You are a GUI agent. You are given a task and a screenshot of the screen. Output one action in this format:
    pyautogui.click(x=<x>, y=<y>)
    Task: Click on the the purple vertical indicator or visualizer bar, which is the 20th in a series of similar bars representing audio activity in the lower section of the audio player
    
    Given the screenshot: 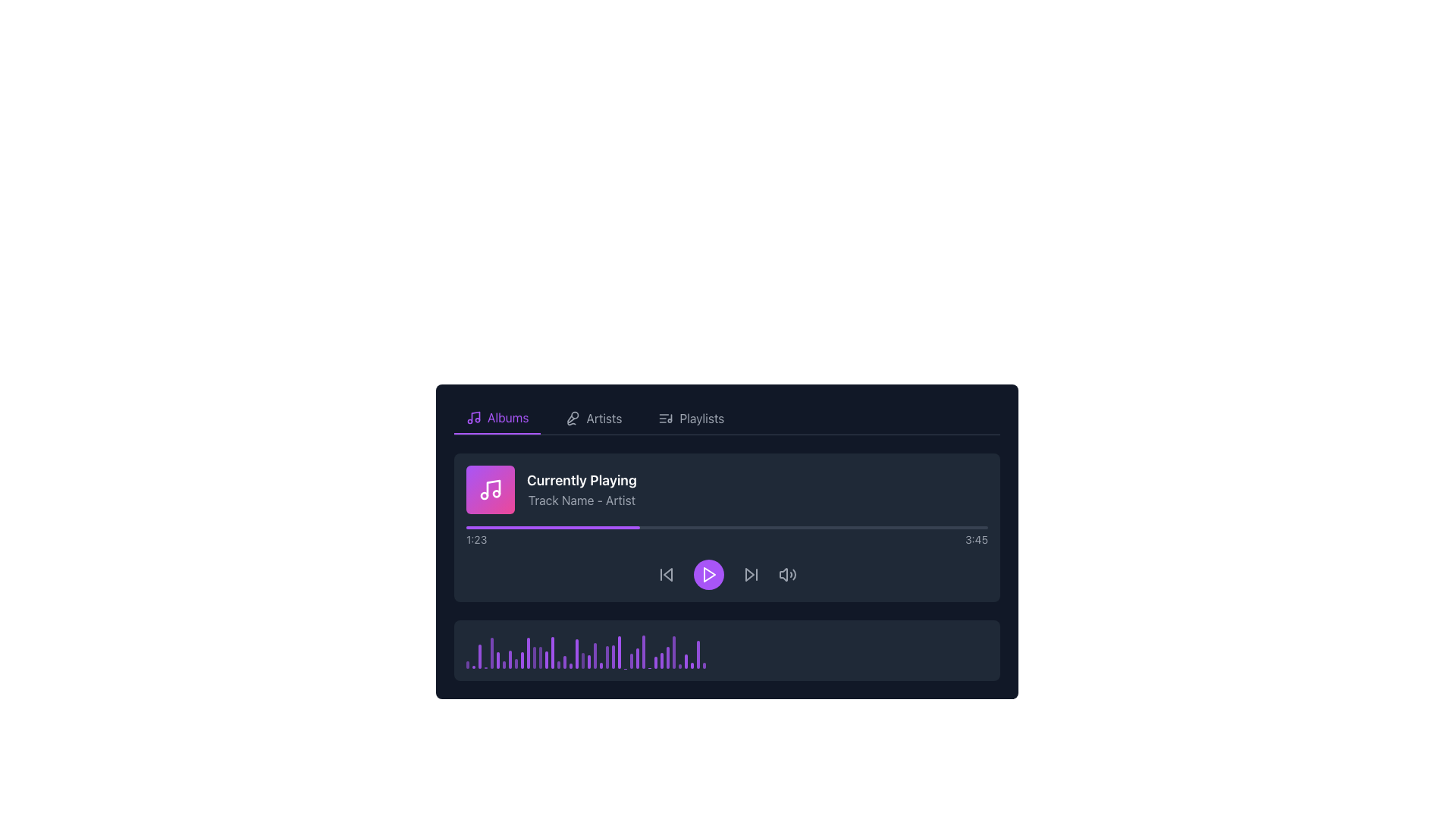 What is the action you would take?
    pyautogui.click(x=582, y=660)
    